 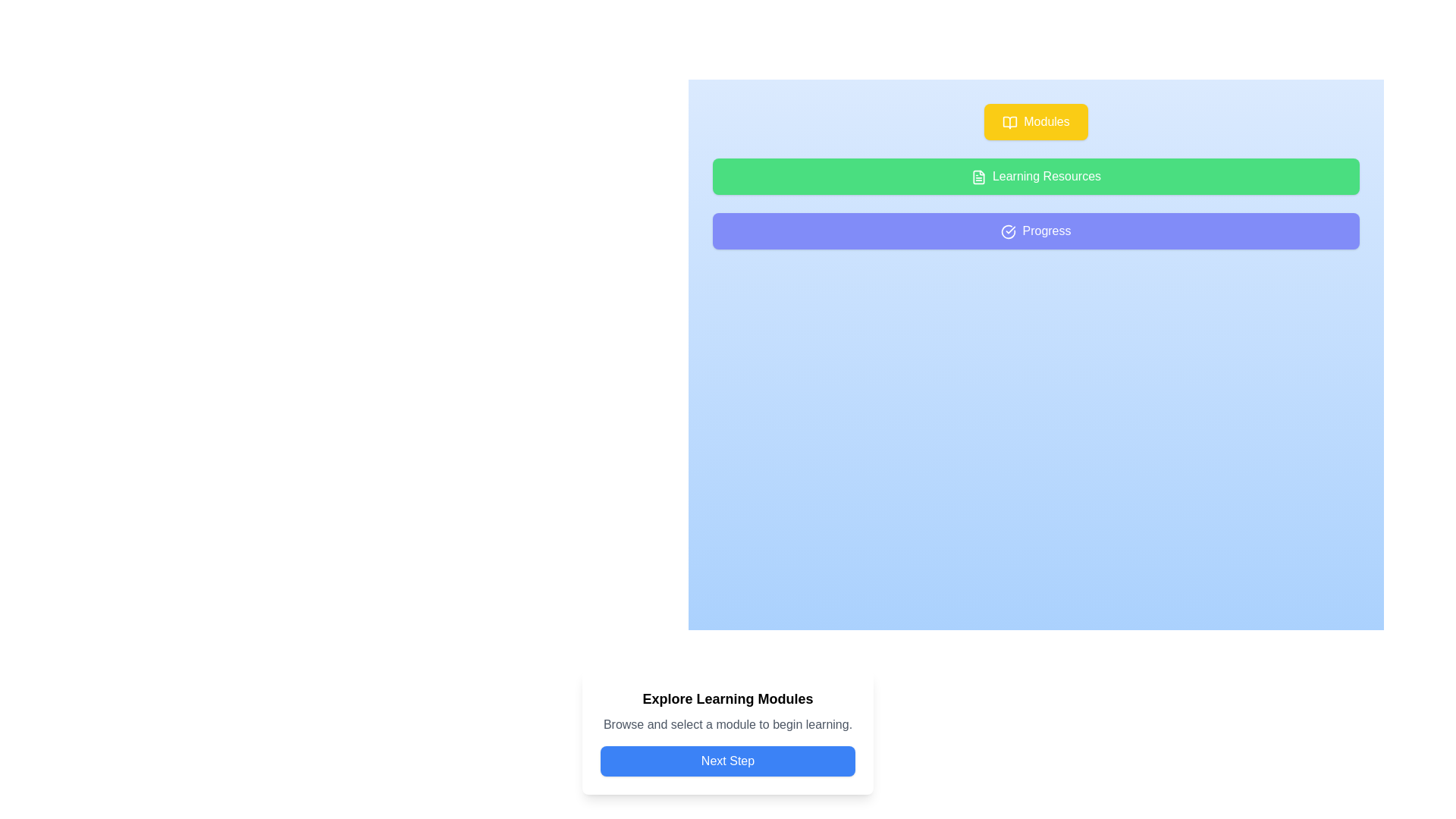 What do you see at coordinates (728, 724) in the screenshot?
I see `the static text label that provides additional descriptive text related to the learning modules, located between the bold title 'Explore Learning Modules' and the 'Next Step' button` at bounding box center [728, 724].